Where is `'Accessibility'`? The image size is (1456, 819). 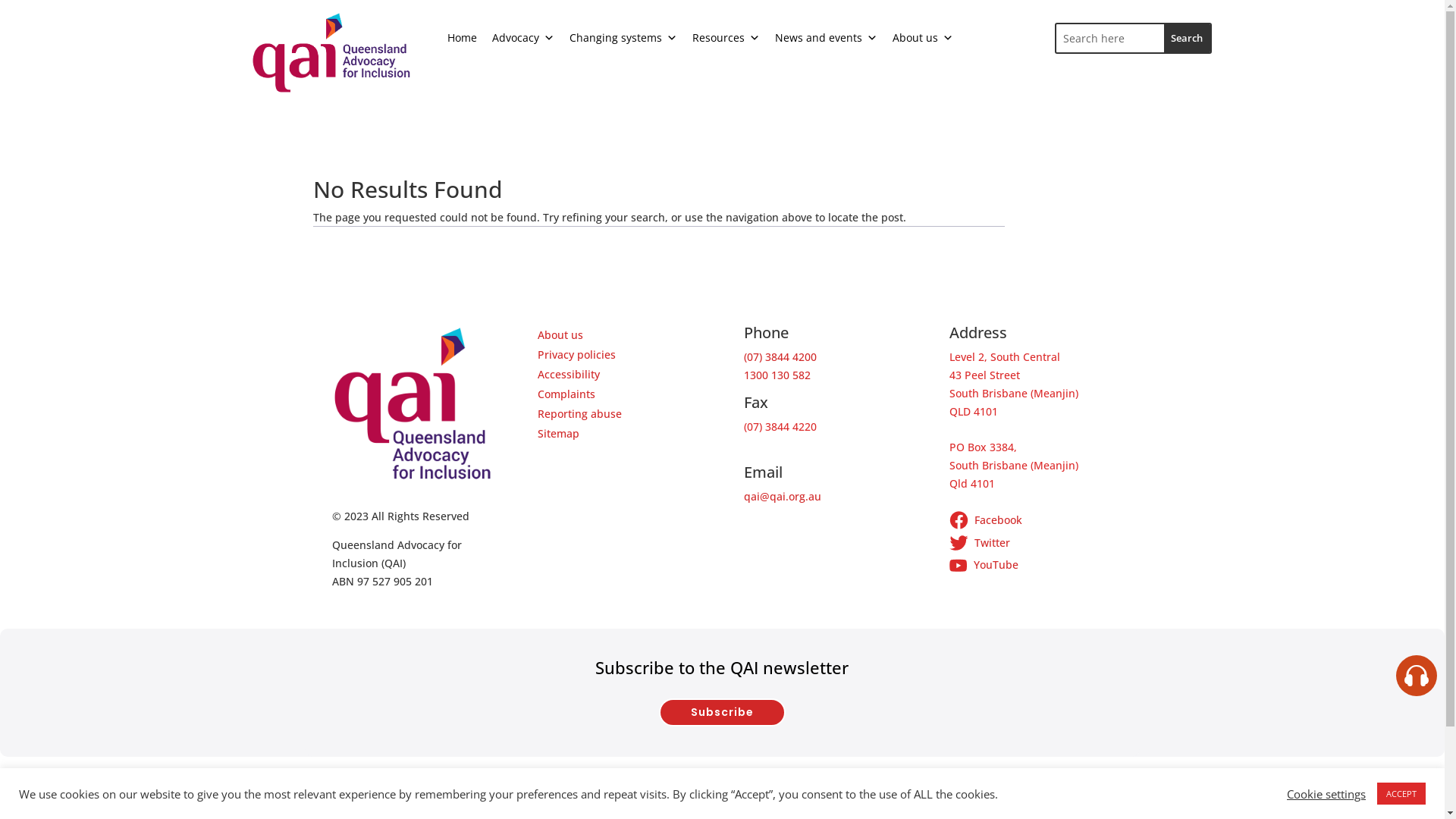
'Accessibility' is located at coordinates (567, 374).